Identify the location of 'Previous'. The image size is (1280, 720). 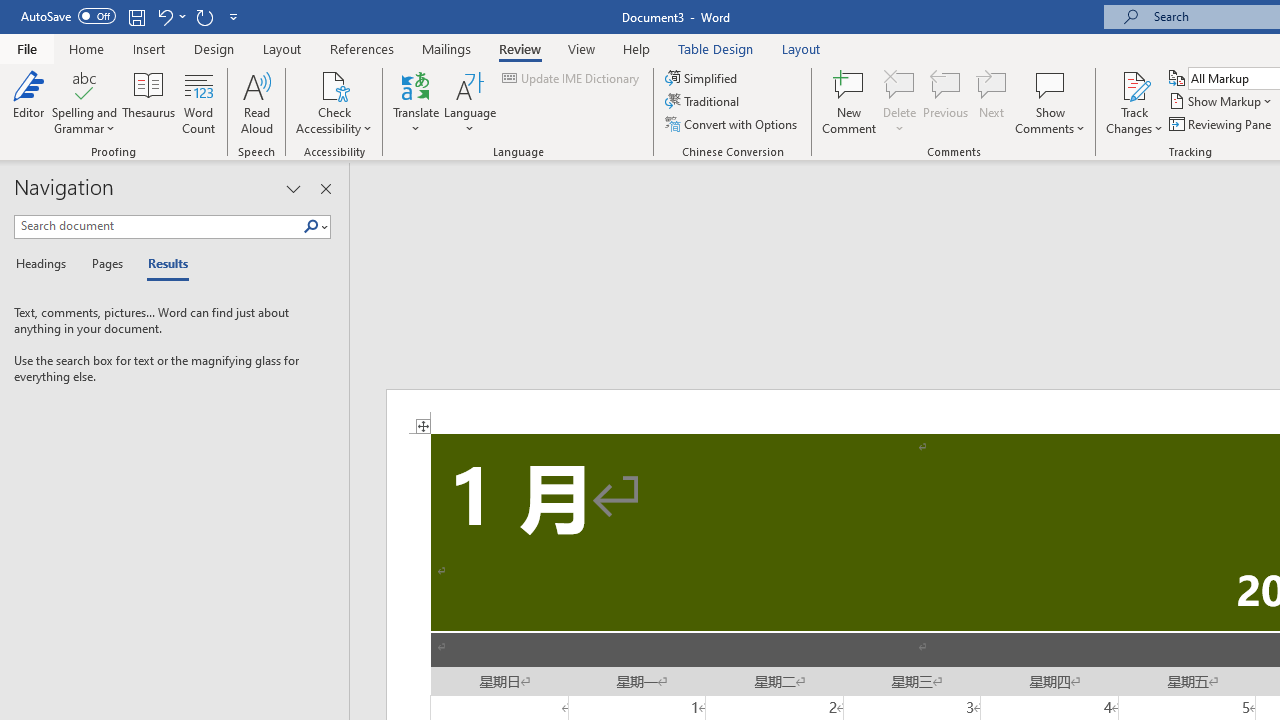
(945, 103).